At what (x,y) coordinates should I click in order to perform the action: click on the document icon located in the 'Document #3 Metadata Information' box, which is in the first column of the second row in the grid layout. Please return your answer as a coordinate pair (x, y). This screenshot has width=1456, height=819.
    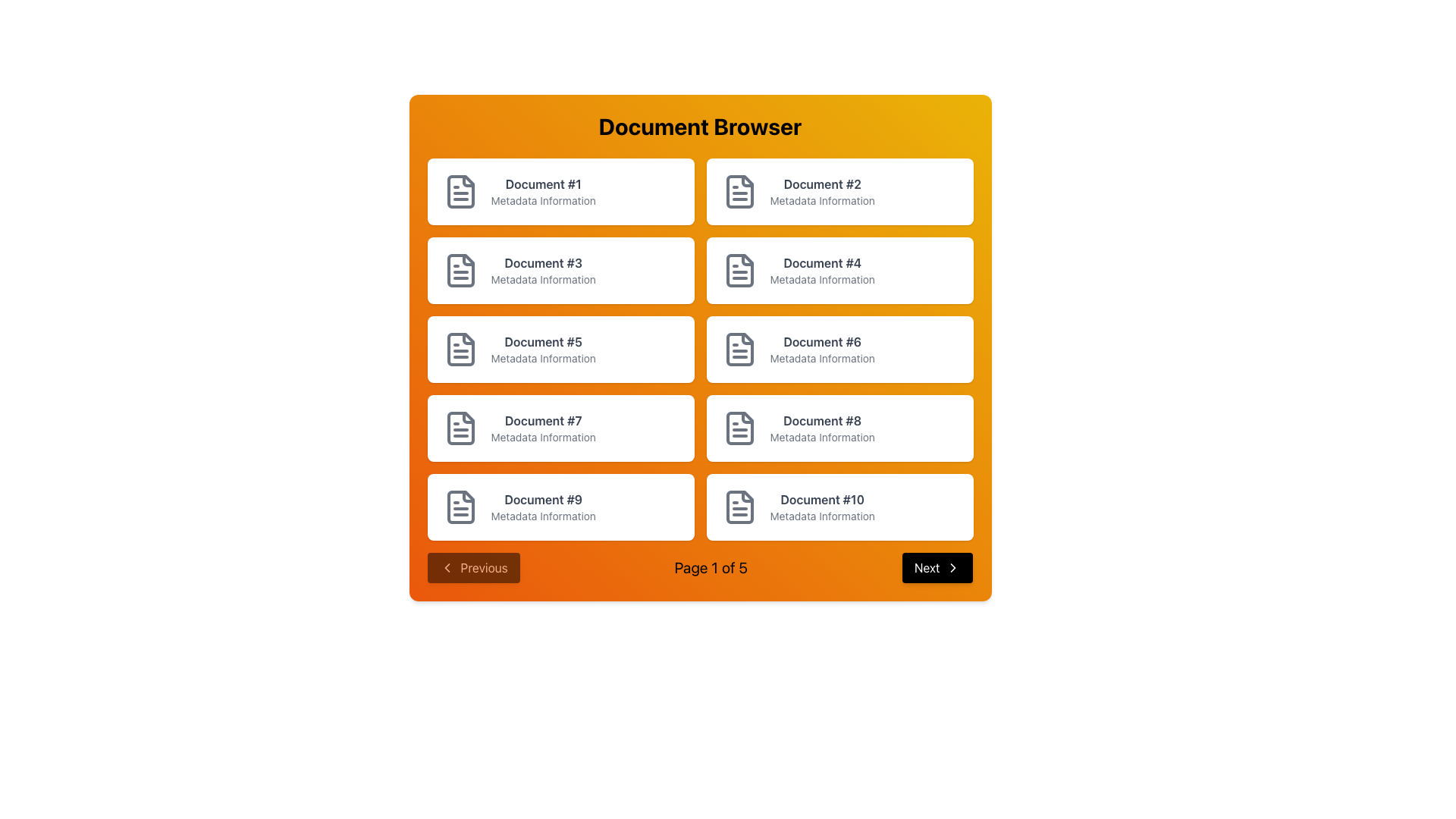
    Looking at the image, I should click on (460, 270).